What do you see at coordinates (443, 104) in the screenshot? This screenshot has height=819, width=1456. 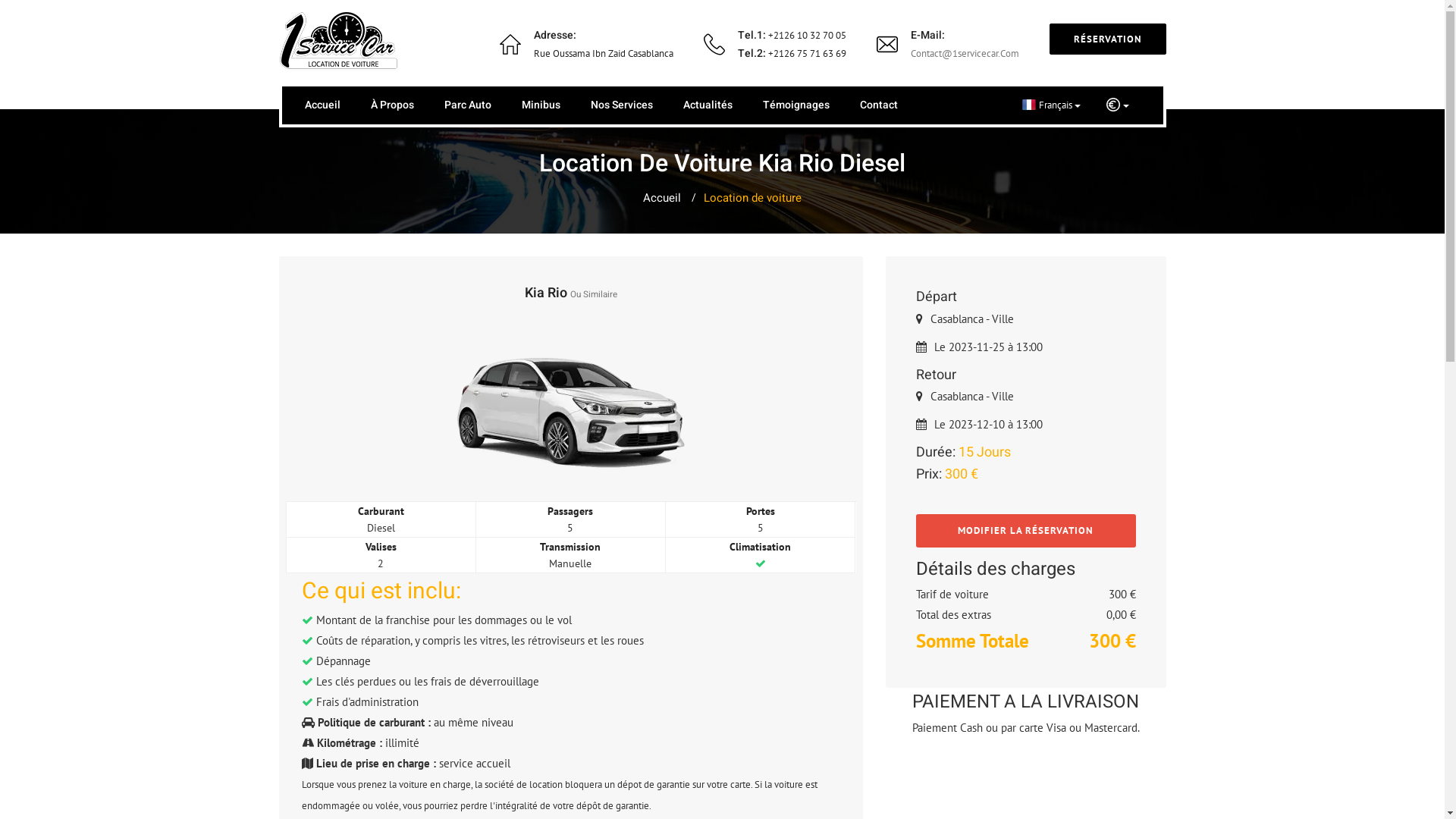 I see `'Parc Auto'` at bounding box center [443, 104].